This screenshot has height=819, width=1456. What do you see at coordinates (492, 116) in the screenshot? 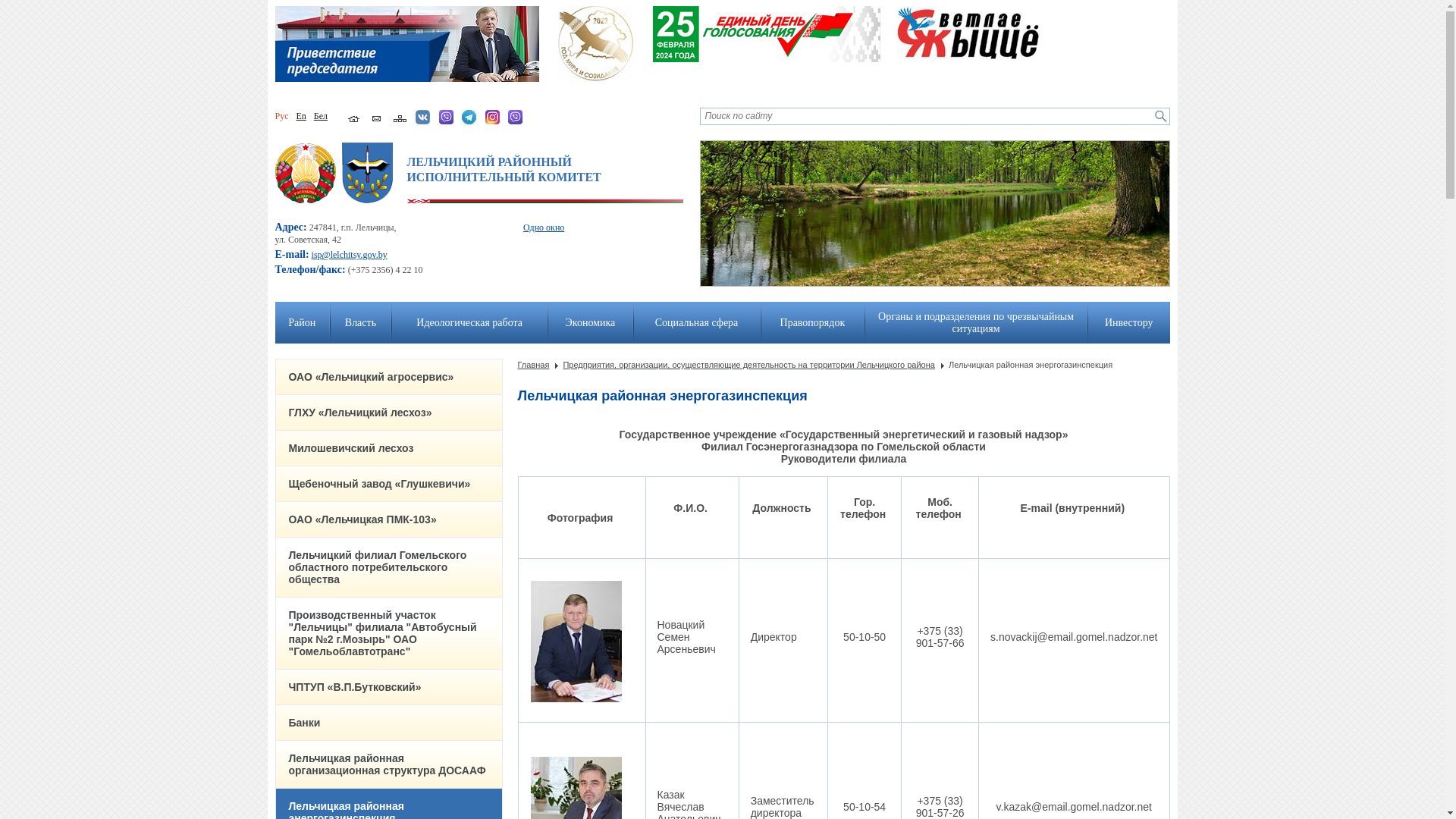
I see `'instagram'` at bounding box center [492, 116].